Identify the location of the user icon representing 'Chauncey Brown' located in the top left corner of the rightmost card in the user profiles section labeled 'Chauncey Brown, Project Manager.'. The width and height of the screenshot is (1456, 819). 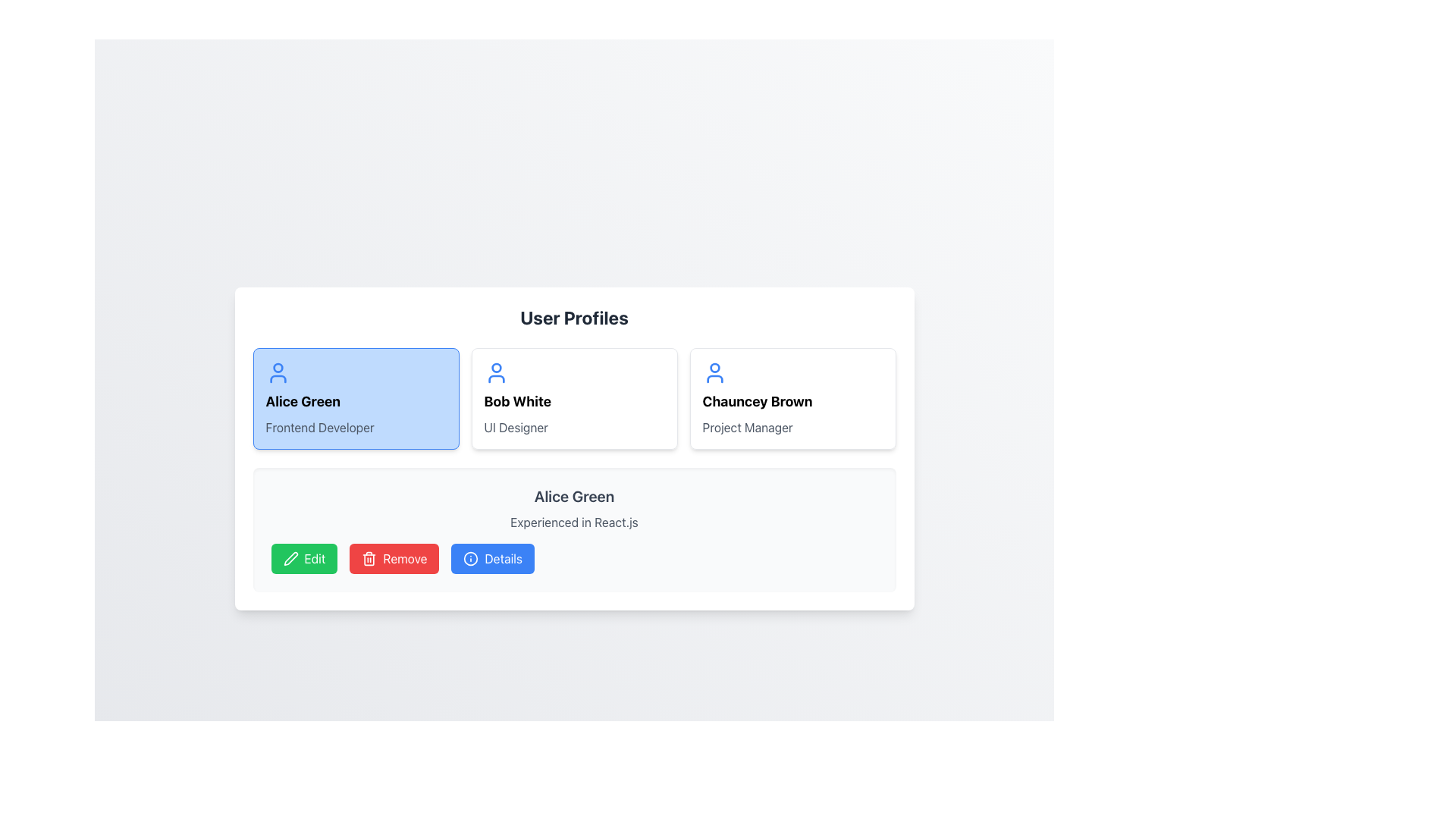
(714, 373).